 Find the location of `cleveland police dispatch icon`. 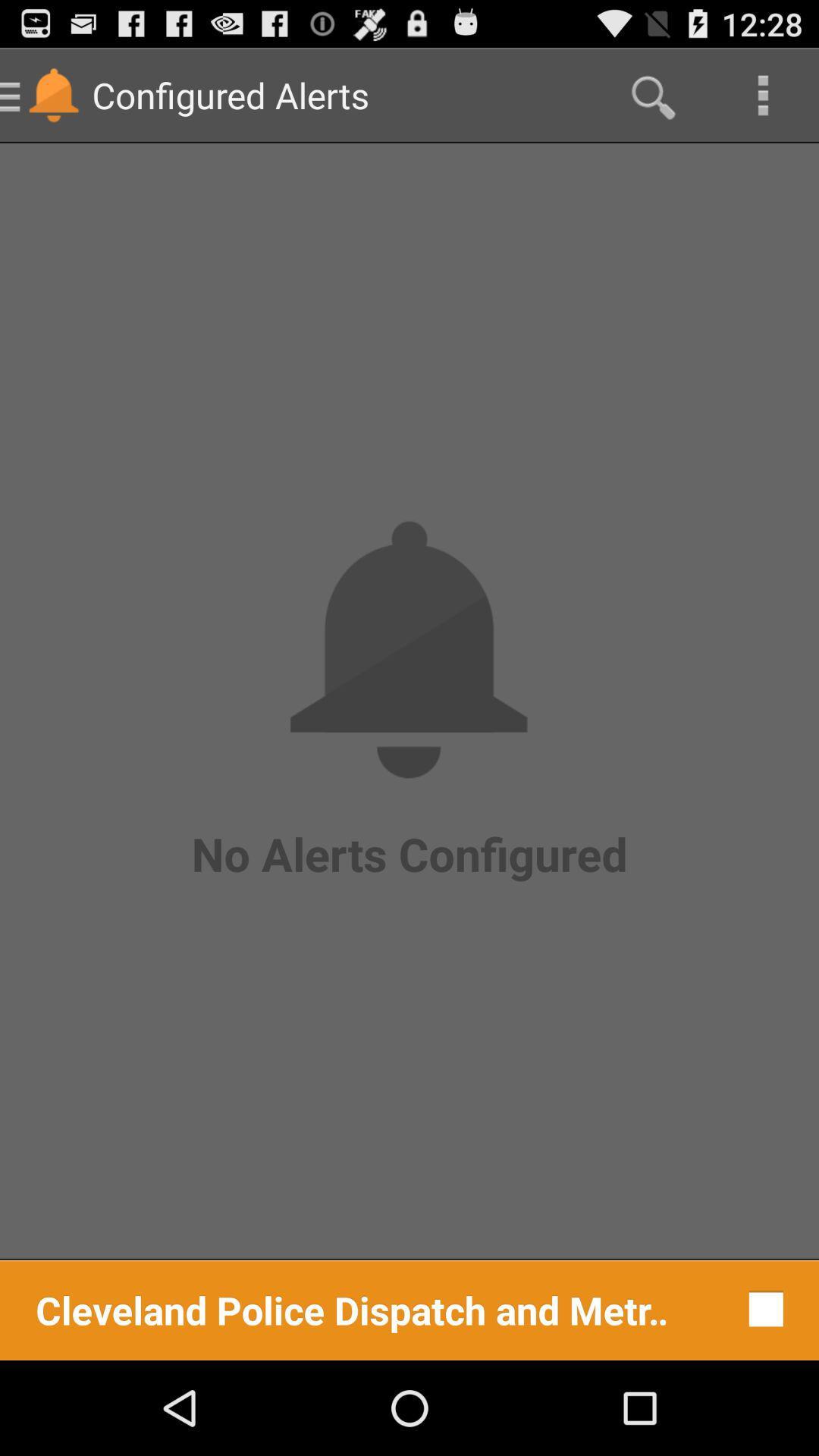

cleveland police dispatch icon is located at coordinates (353, 1308).